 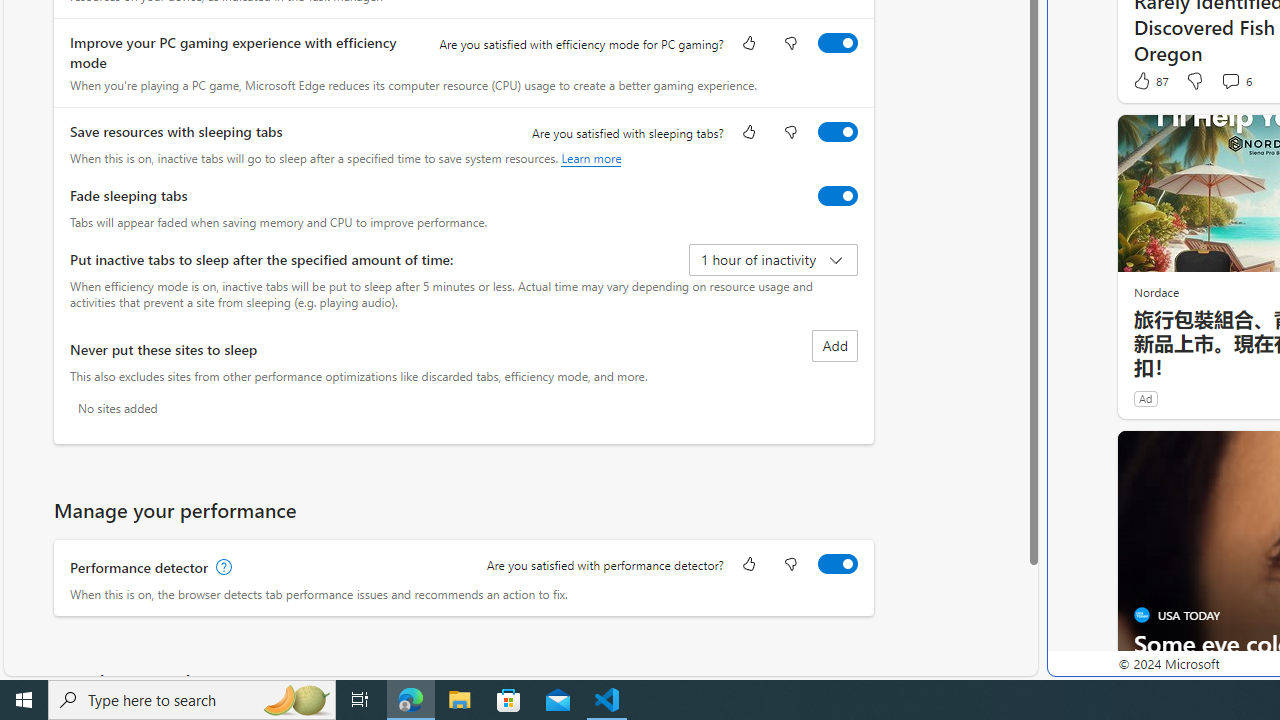 What do you see at coordinates (222, 567) in the screenshot?
I see `'Performance detector, learn more'` at bounding box center [222, 567].